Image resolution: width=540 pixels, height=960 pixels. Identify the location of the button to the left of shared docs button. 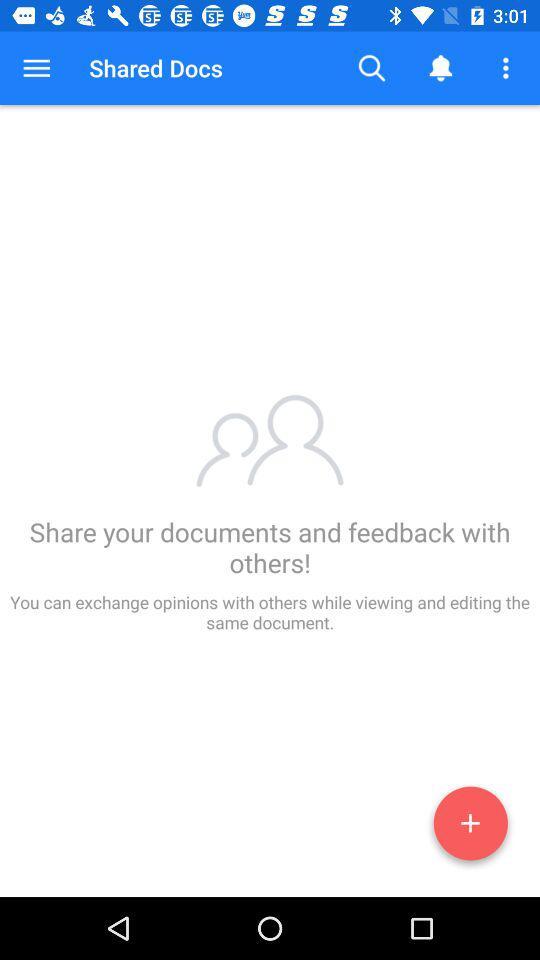
(36, 68).